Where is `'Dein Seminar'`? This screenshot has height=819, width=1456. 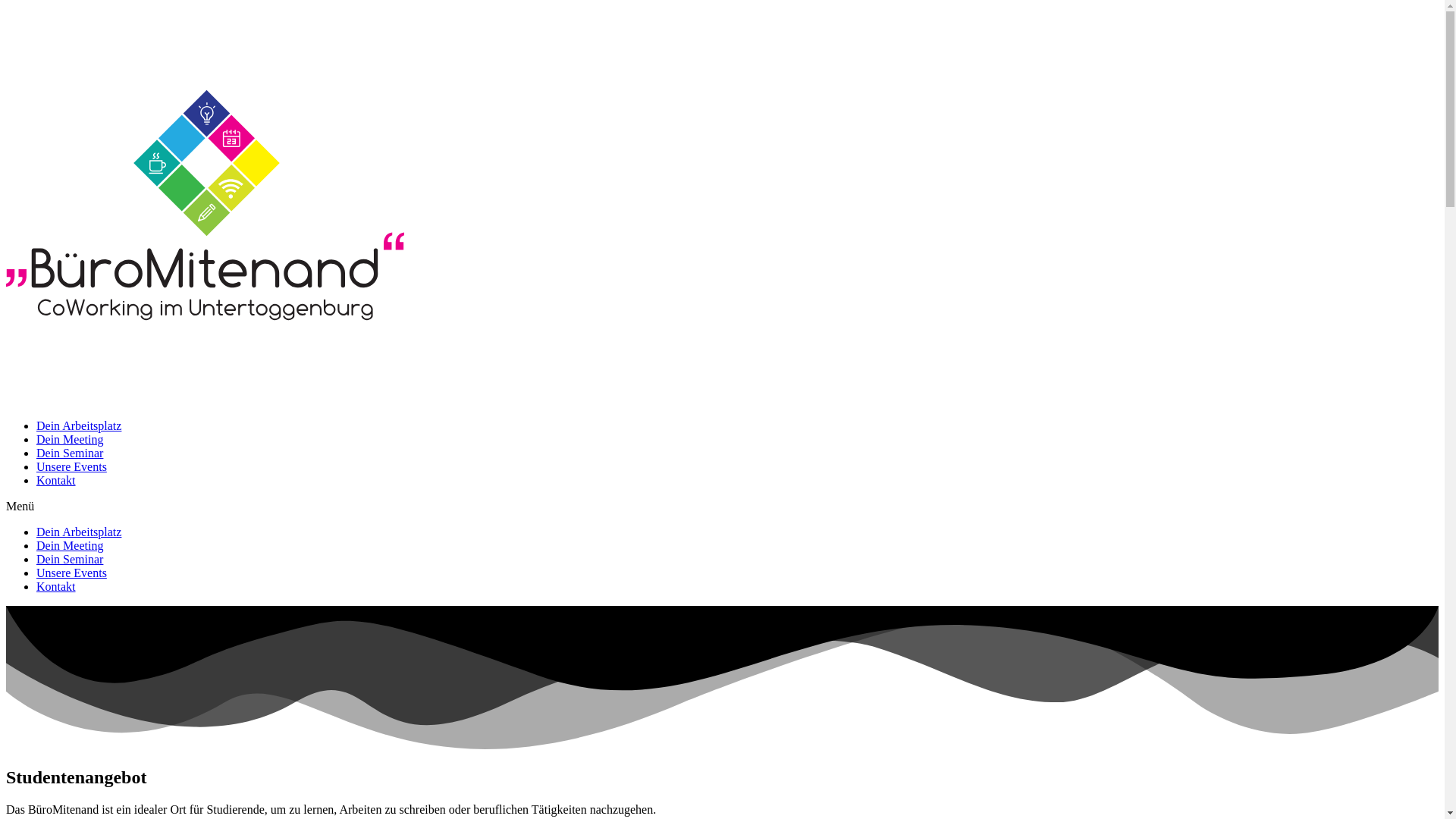
'Dein Seminar' is located at coordinates (36, 559).